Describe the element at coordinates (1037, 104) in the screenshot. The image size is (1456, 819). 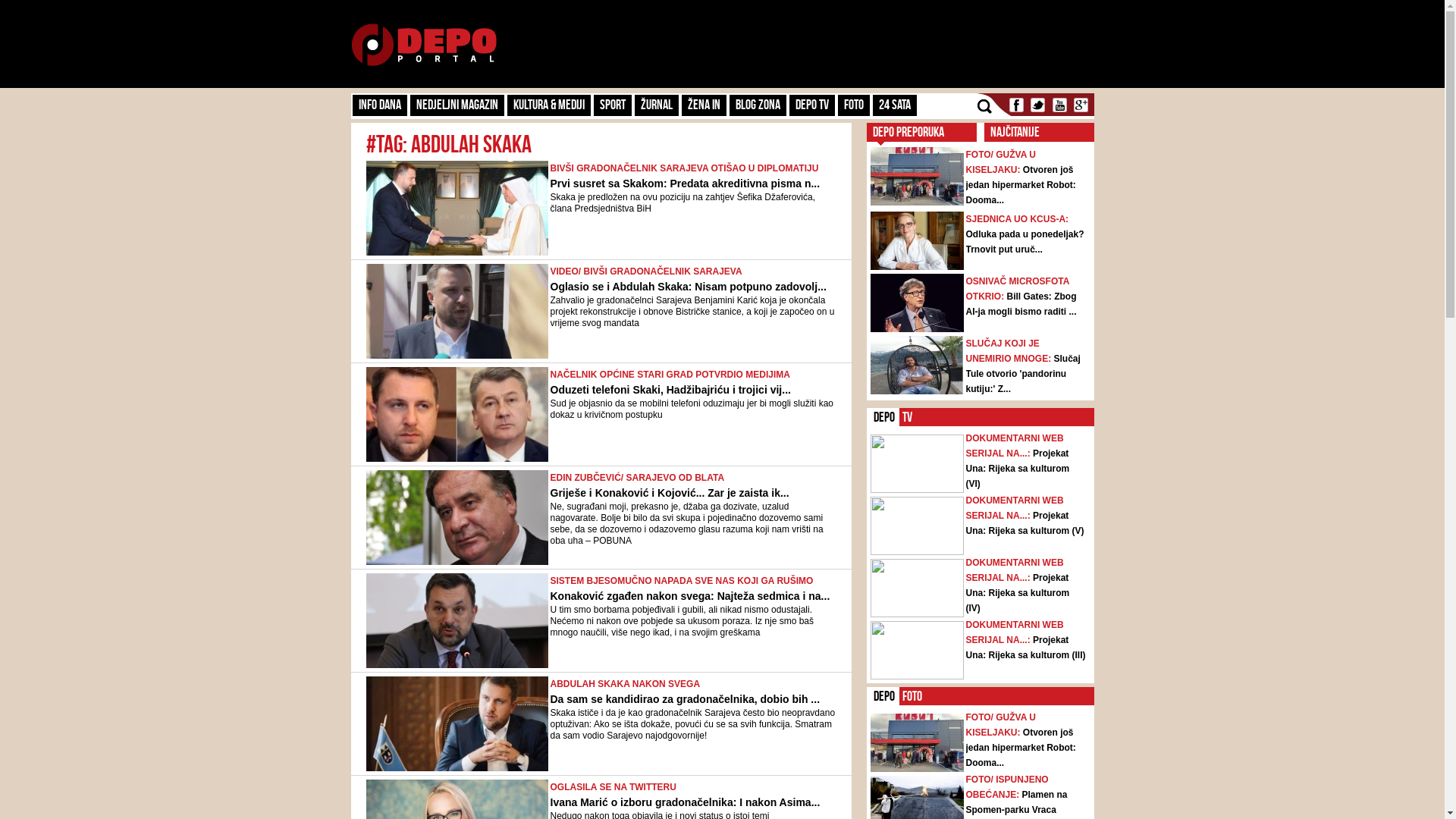
I see `'Twitter'` at that location.